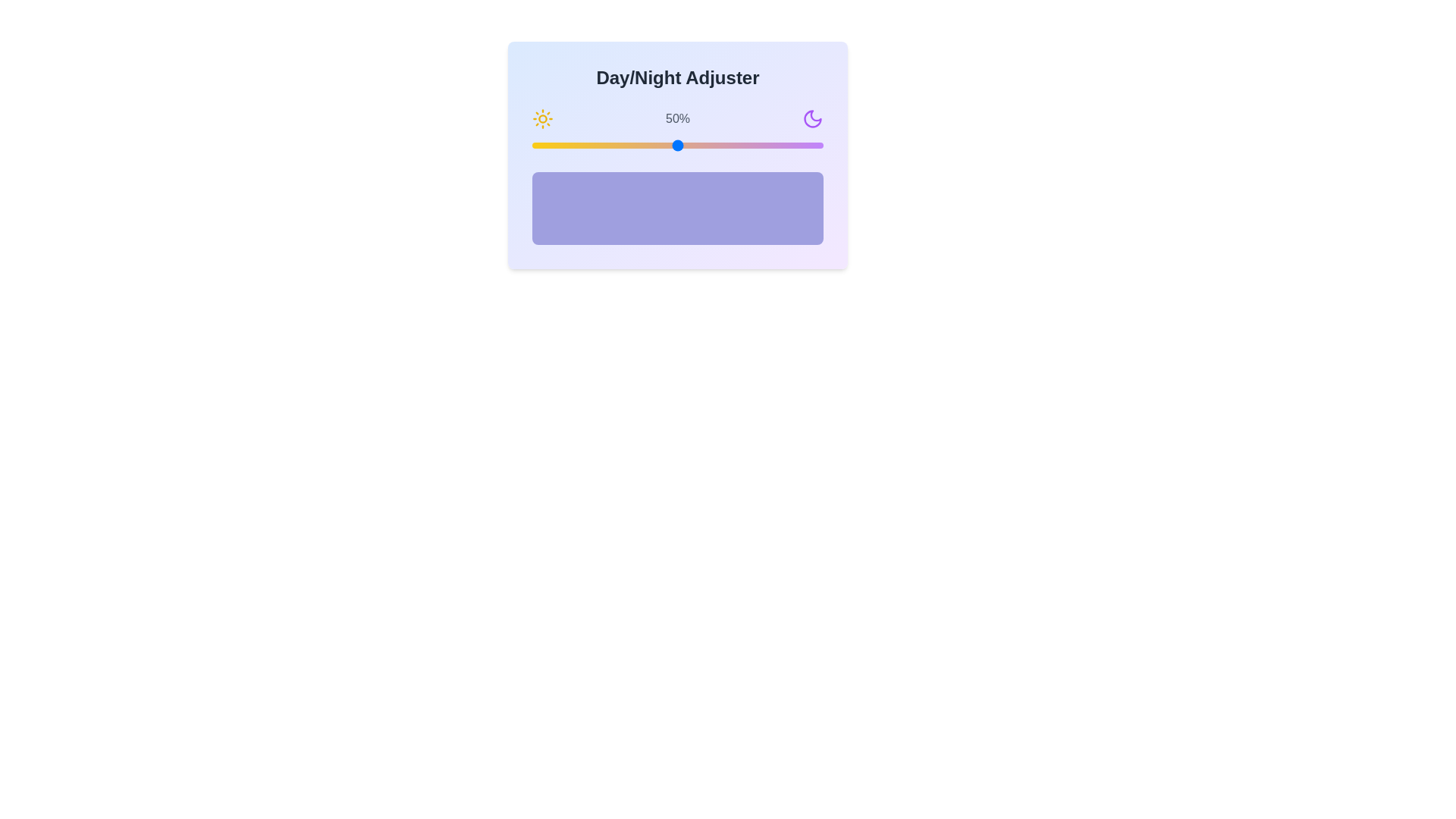  I want to click on the day/night slider to 75%, so click(750, 146).